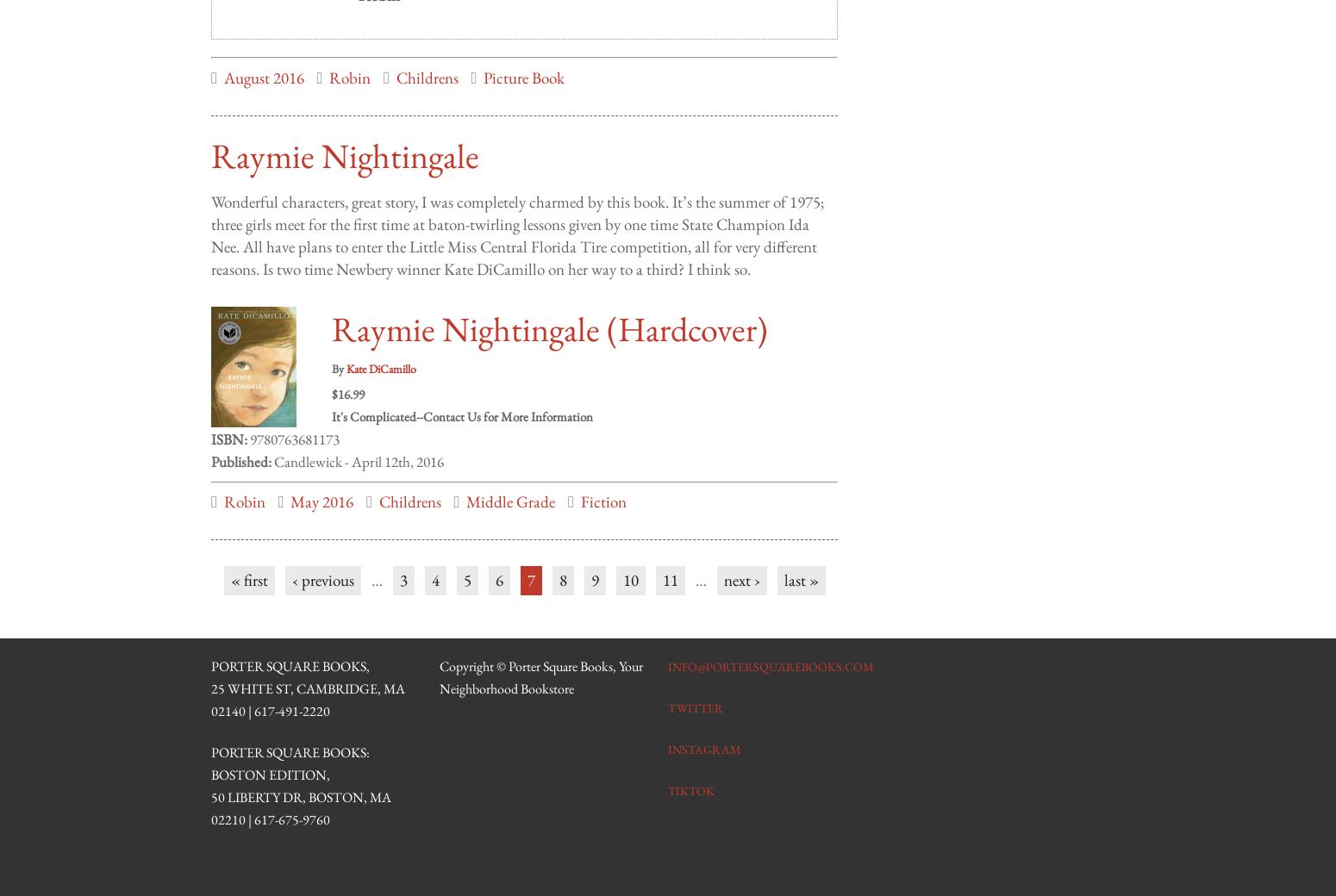 This screenshot has width=1336, height=896. I want to click on 'TWITTER', so click(668, 690).